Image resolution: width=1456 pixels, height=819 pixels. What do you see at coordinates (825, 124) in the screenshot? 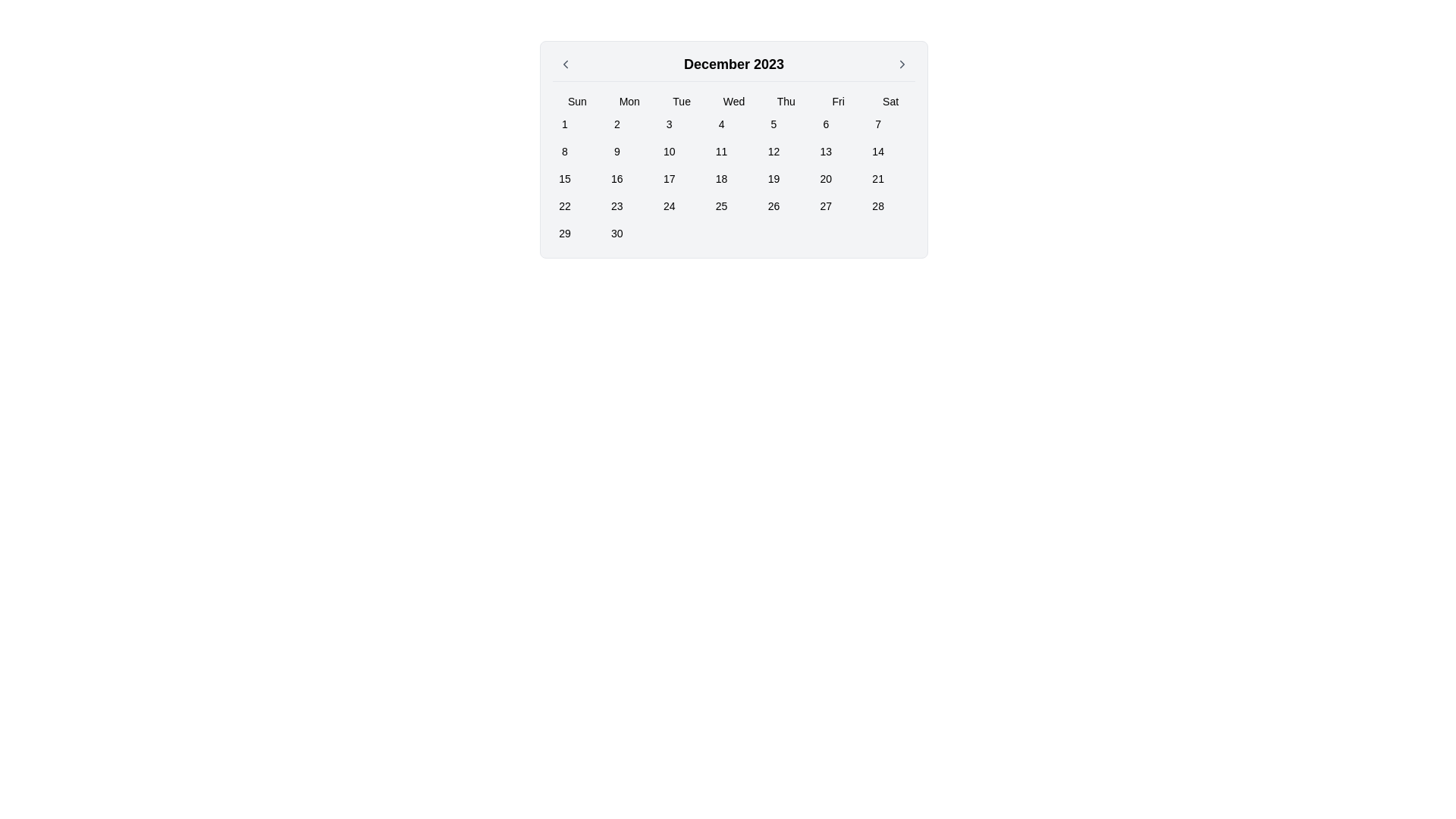
I see `the button representing the sixth day of the month` at bounding box center [825, 124].